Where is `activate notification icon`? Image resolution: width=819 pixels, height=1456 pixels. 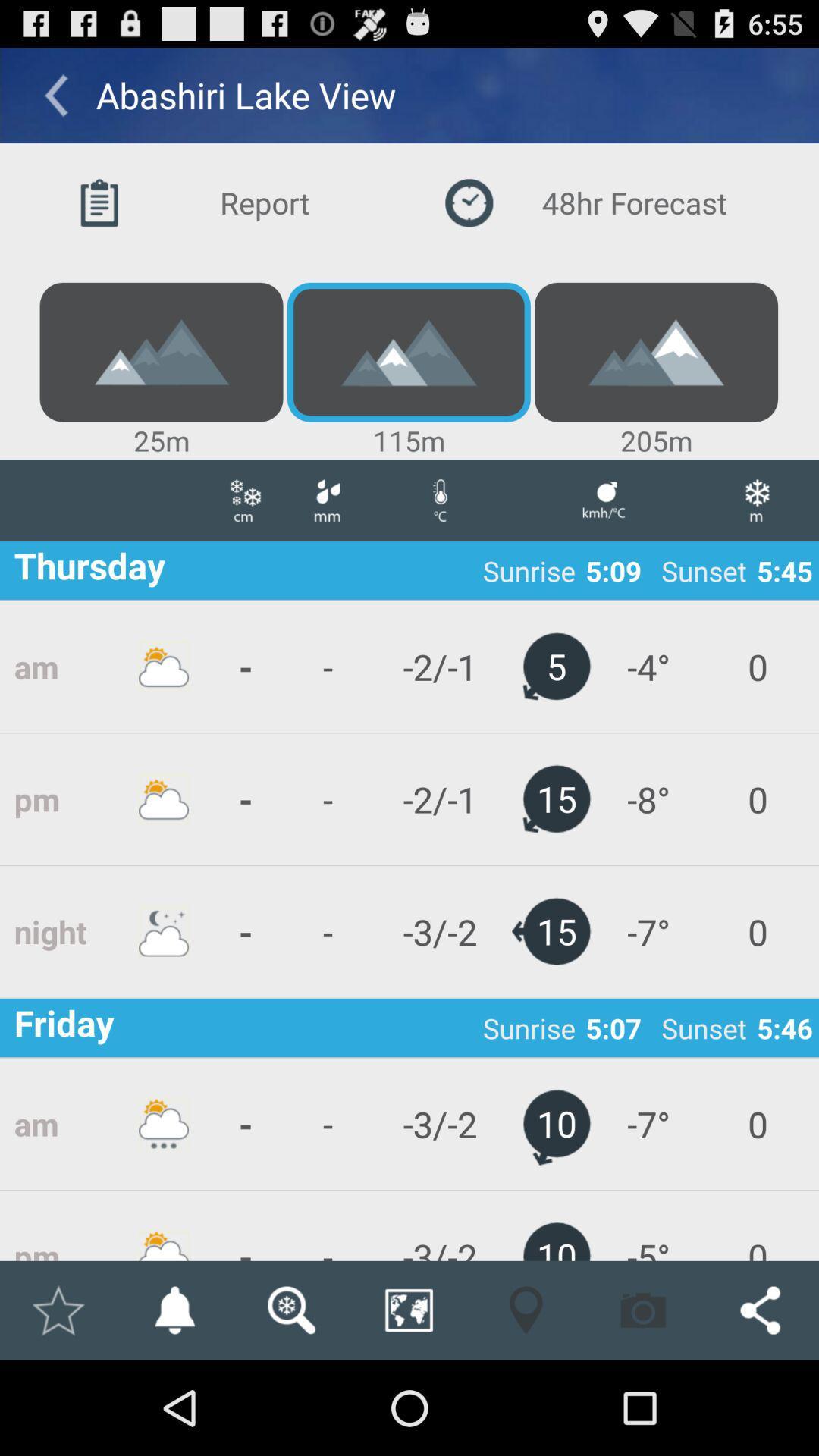
activate notification icon is located at coordinates (174, 1310).